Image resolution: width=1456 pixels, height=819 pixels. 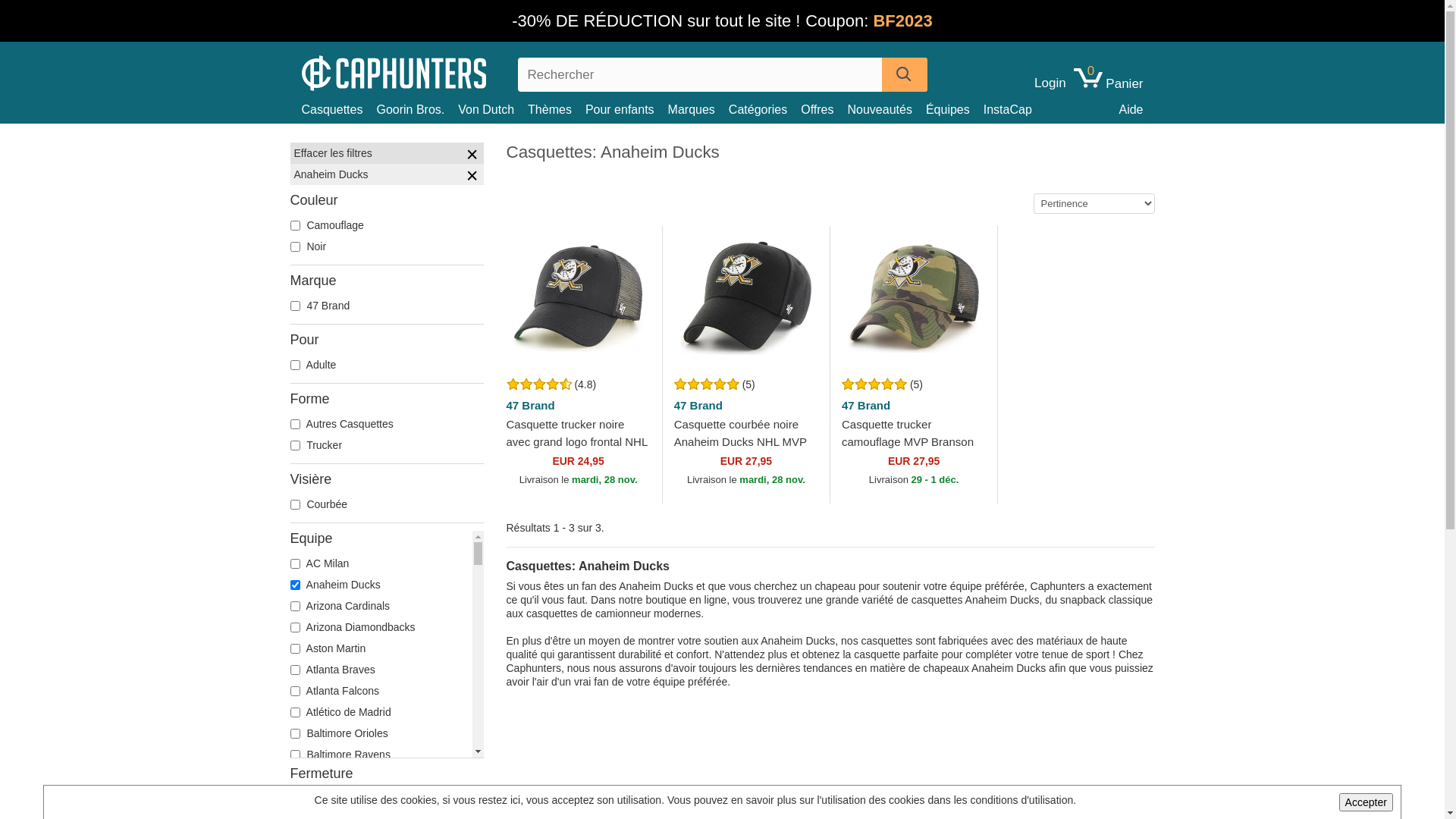 I want to click on 'Login', so click(x=1050, y=83).